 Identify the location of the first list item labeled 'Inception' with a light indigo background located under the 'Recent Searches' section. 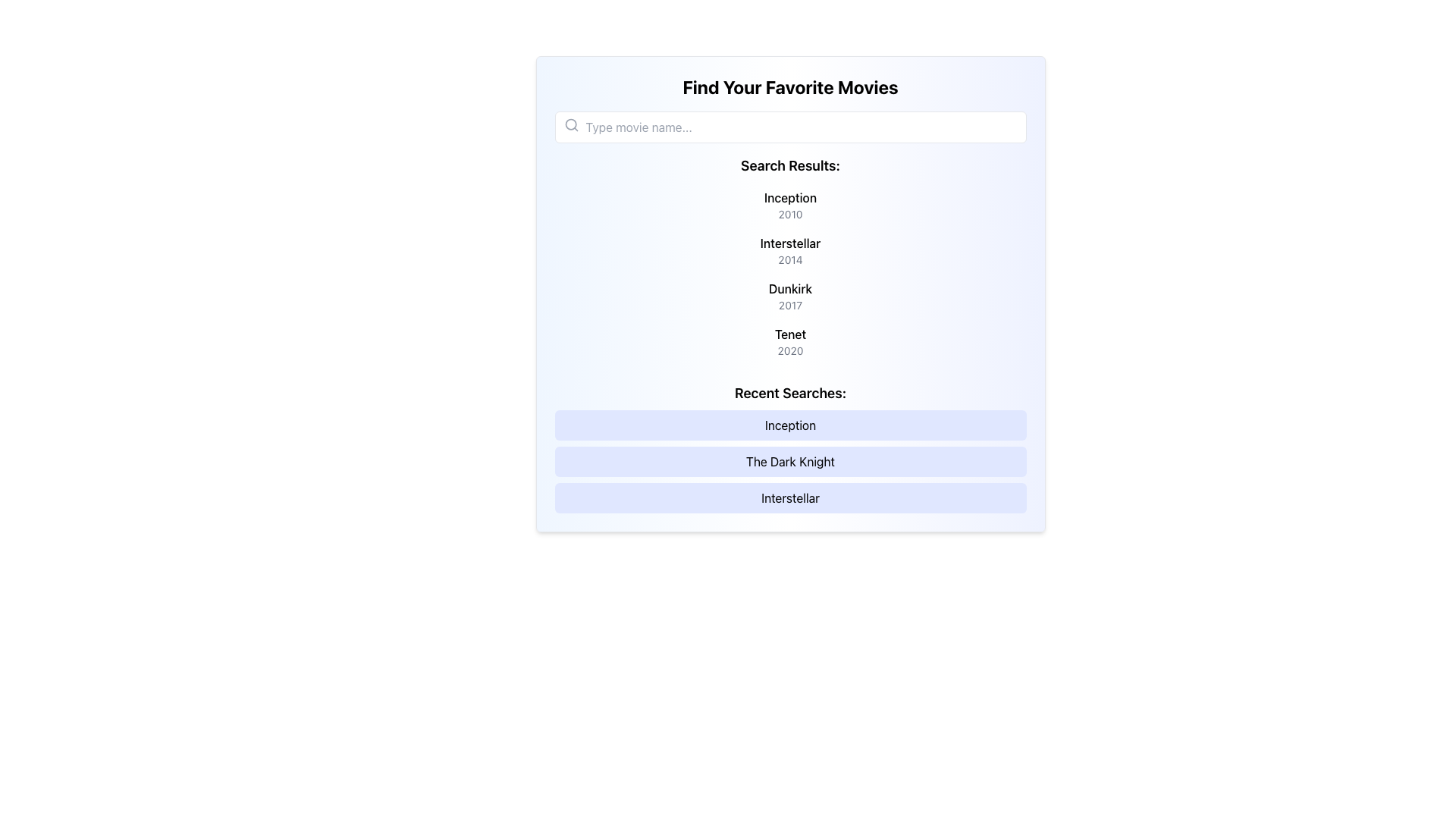
(789, 425).